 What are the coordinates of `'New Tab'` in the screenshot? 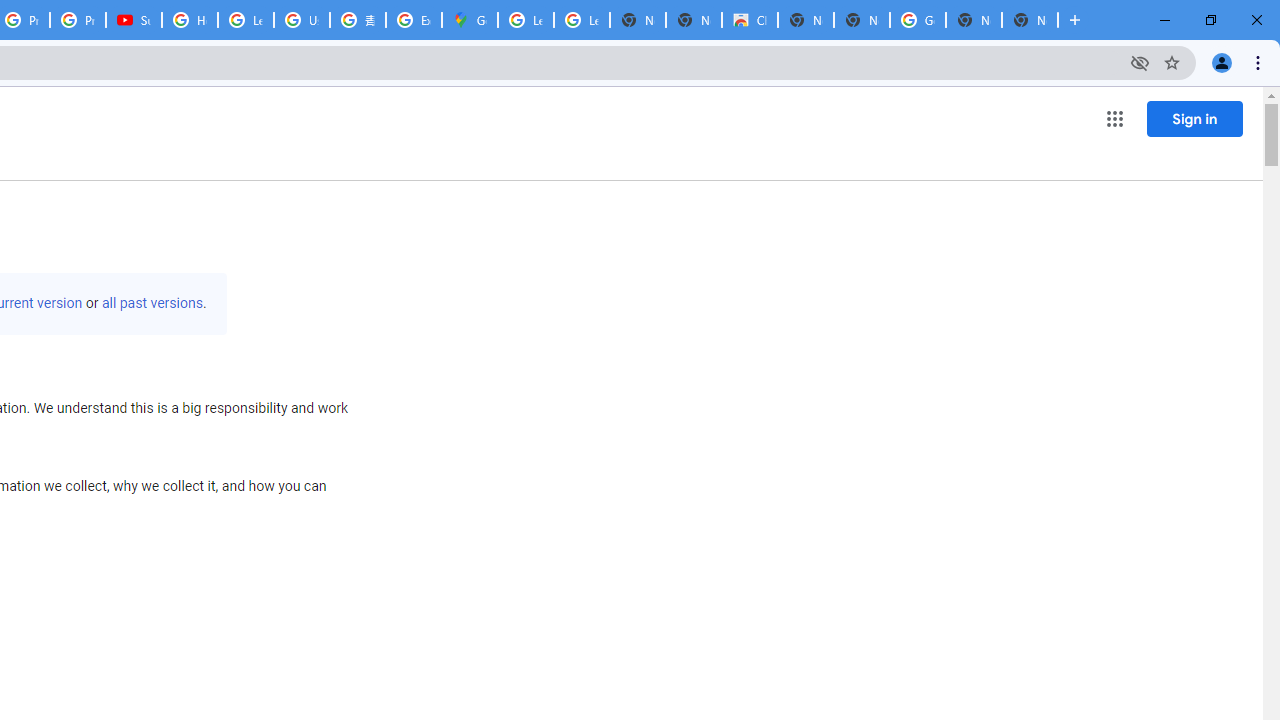 It's located at (1030, 20).